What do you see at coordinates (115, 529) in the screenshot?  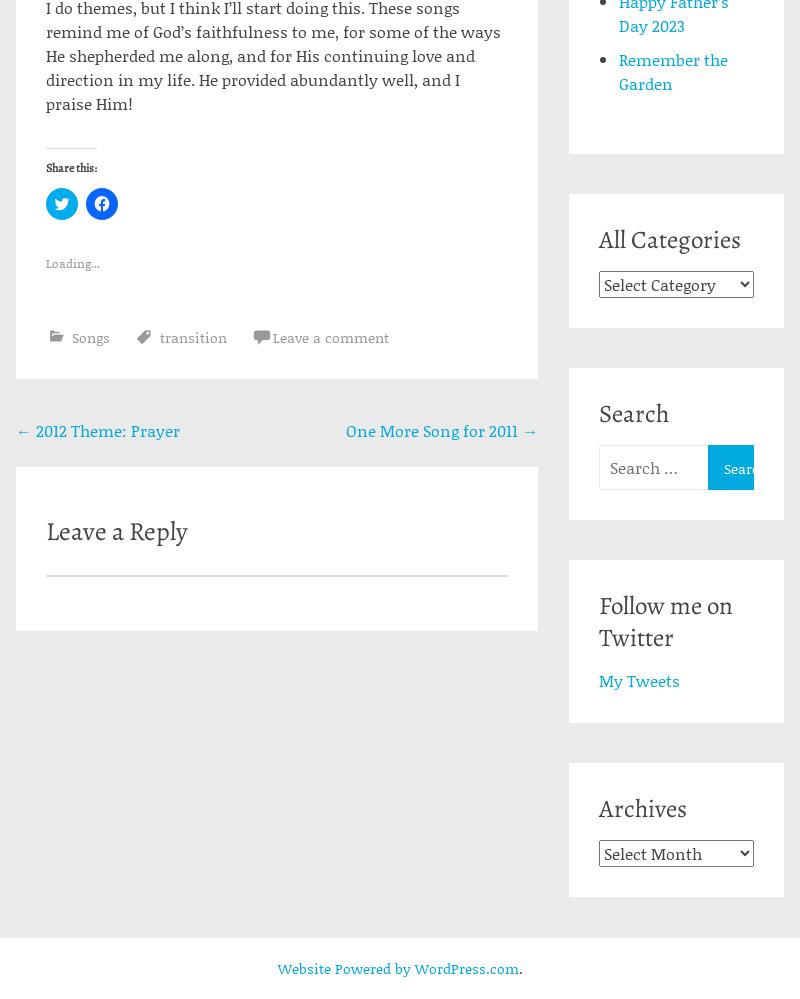 I see `'Leave a Reply'` at bounding box center [115, 529].